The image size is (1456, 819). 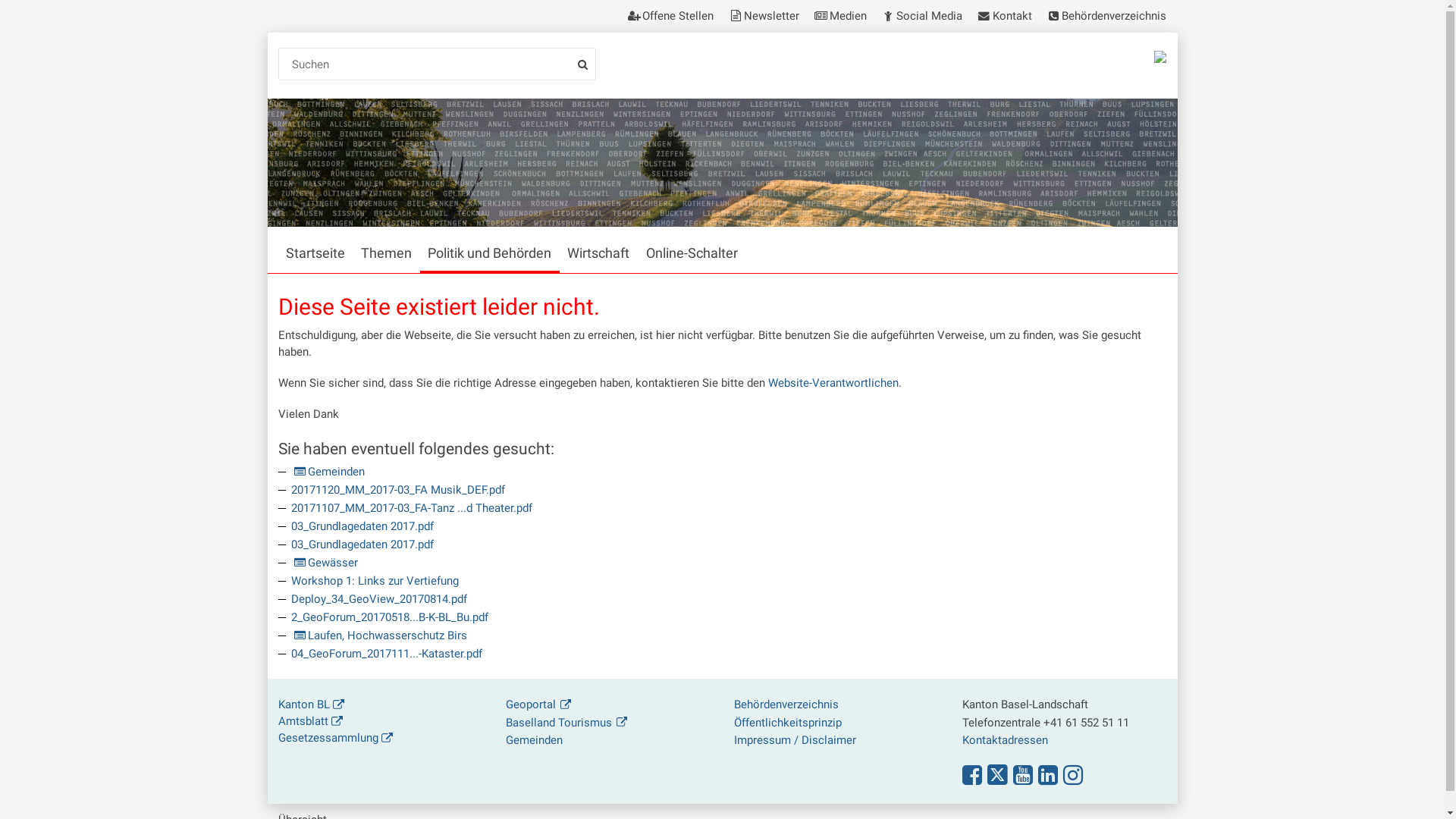 What do you see at coordinates (352, 249) in the screenshot?
I see `'Themen'` at bounding box center [352, 249].